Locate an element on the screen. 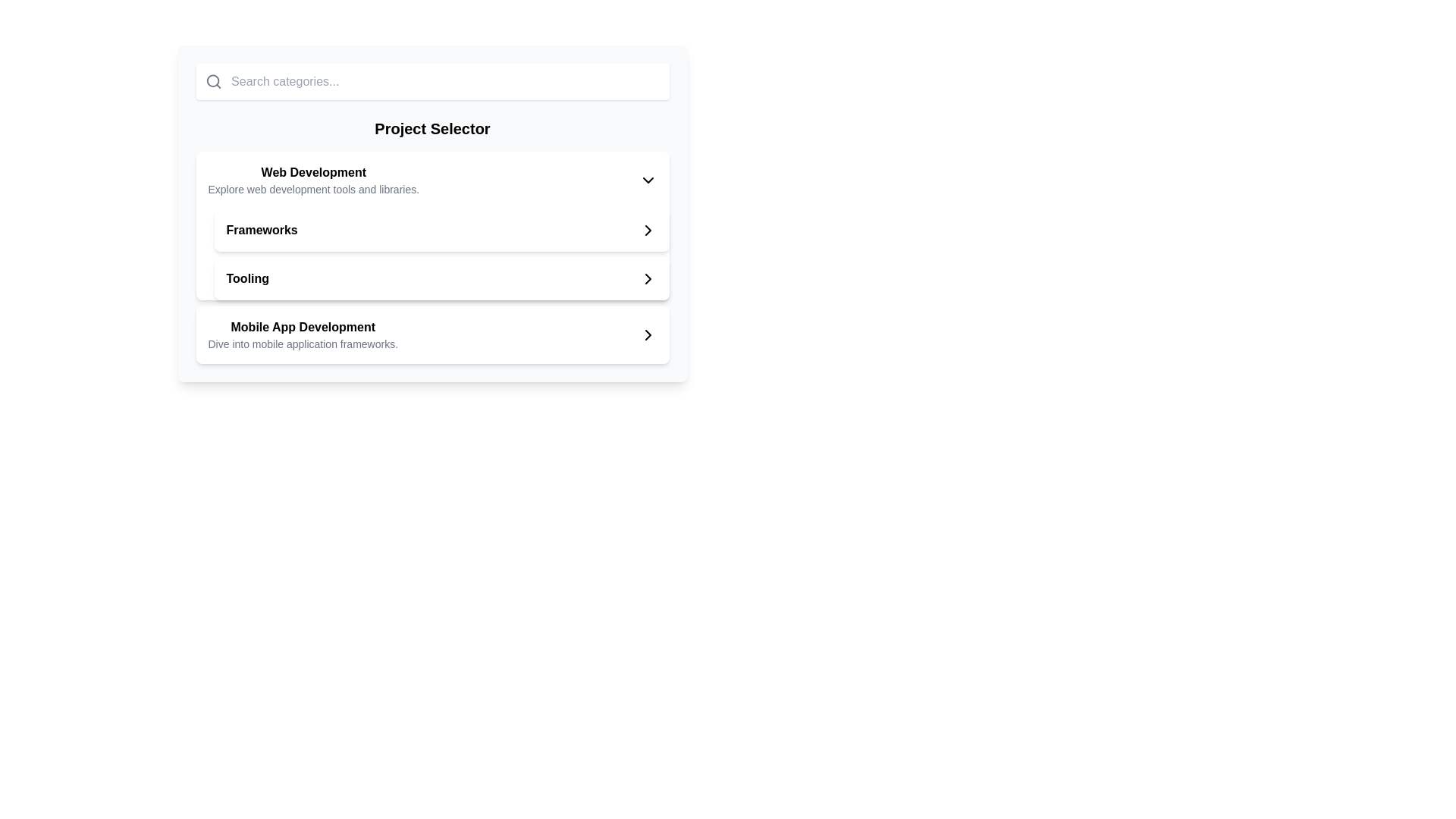  the Chevron icon located at the right edge of the 'Frameworks' entry is located at coordinates (648, 231).